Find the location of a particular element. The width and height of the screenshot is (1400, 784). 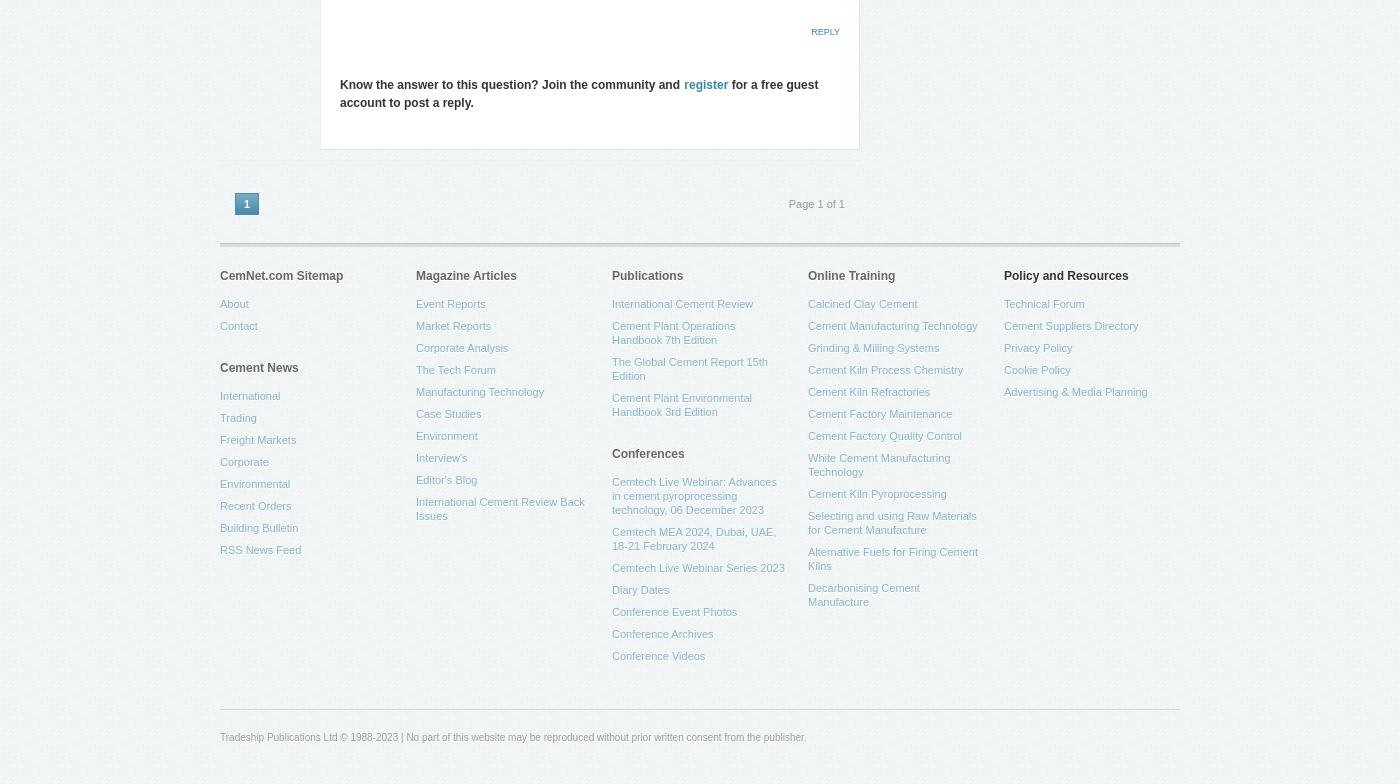

'for a free guest account to post a reply.' is located at coordinates (579, 92).